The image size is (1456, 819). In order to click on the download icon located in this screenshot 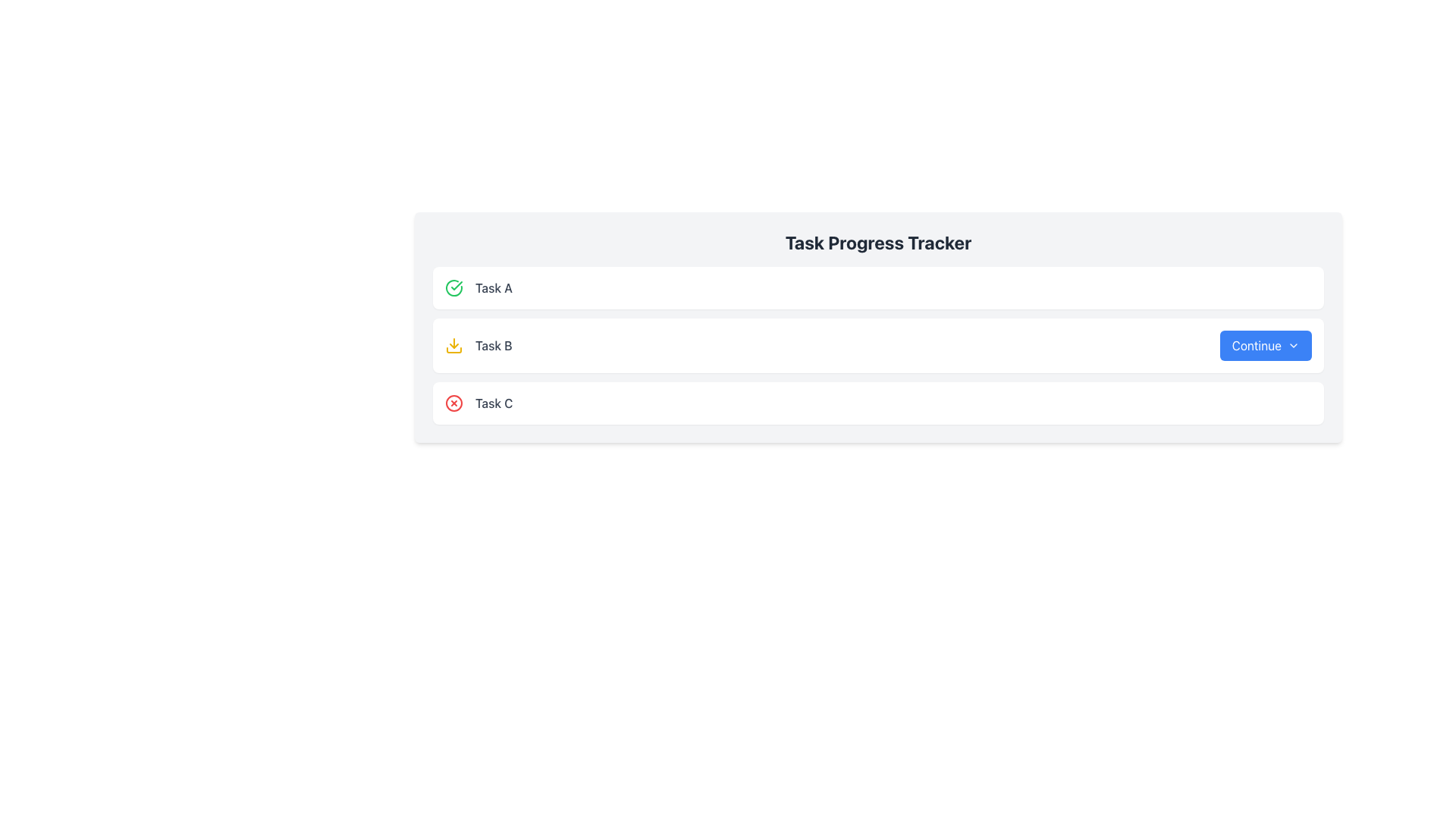, I will do `click(453, 345)`.